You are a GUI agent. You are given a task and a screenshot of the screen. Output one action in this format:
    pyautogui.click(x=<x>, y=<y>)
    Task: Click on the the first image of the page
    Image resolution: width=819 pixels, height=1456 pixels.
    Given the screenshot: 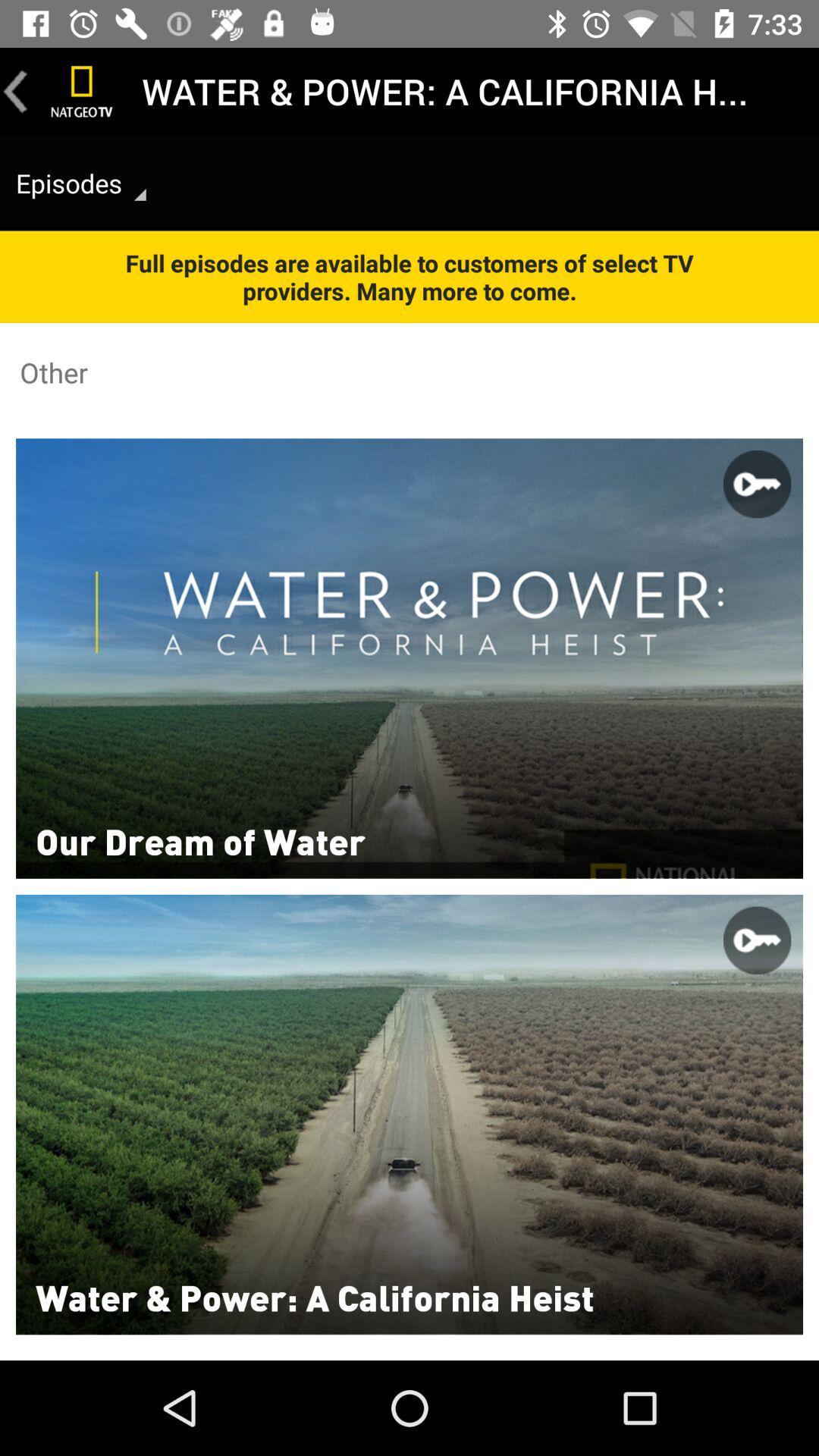 What is the action you would take?
    pyautogui.click(x=409, y=658)
    